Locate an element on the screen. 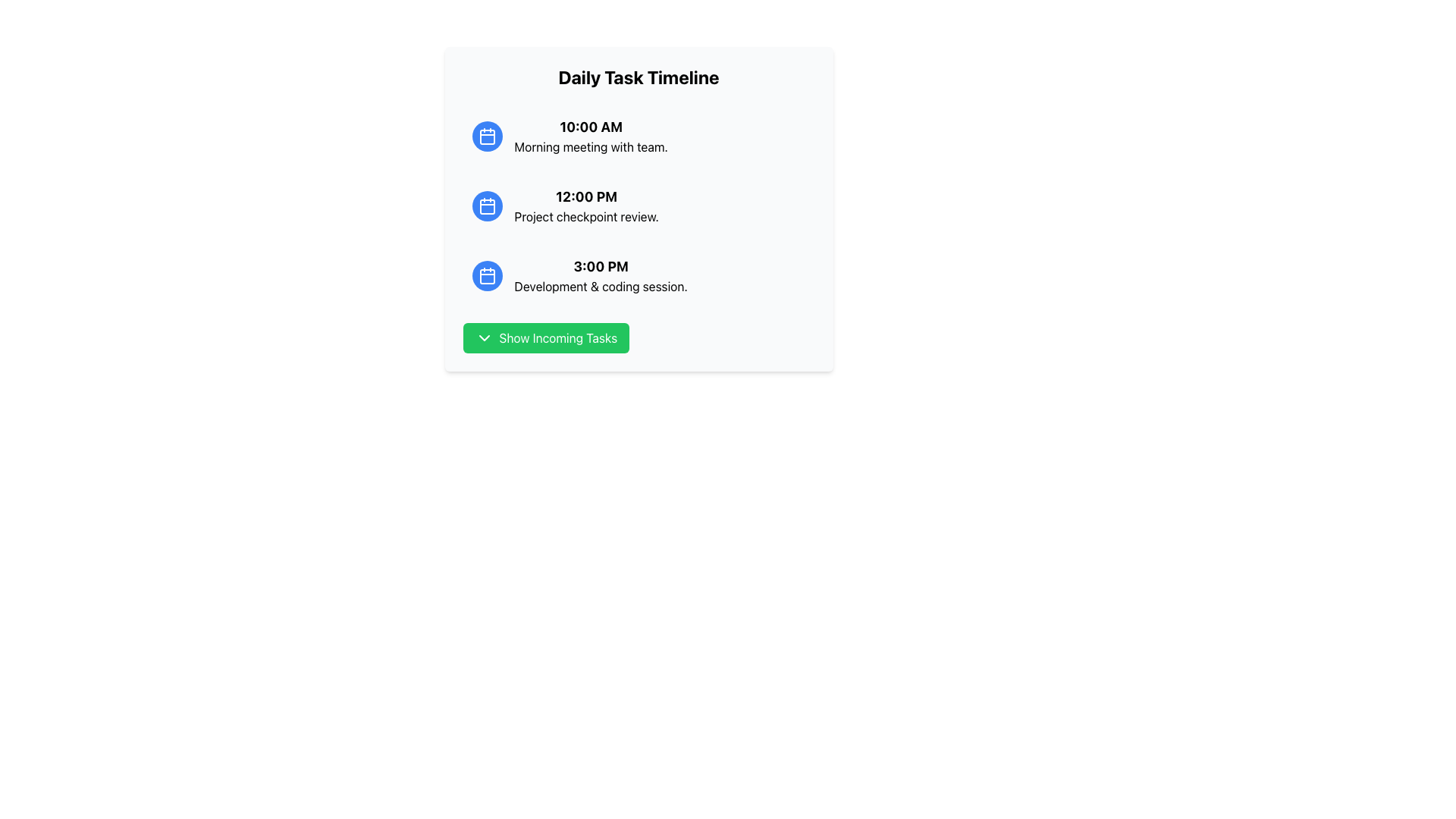 The height and width of the screenshot is (819, 1456). the Text and Icon List Item element displaying '3:00 PM Development & coding session.' for further actions is located at coordinates (639, 275).